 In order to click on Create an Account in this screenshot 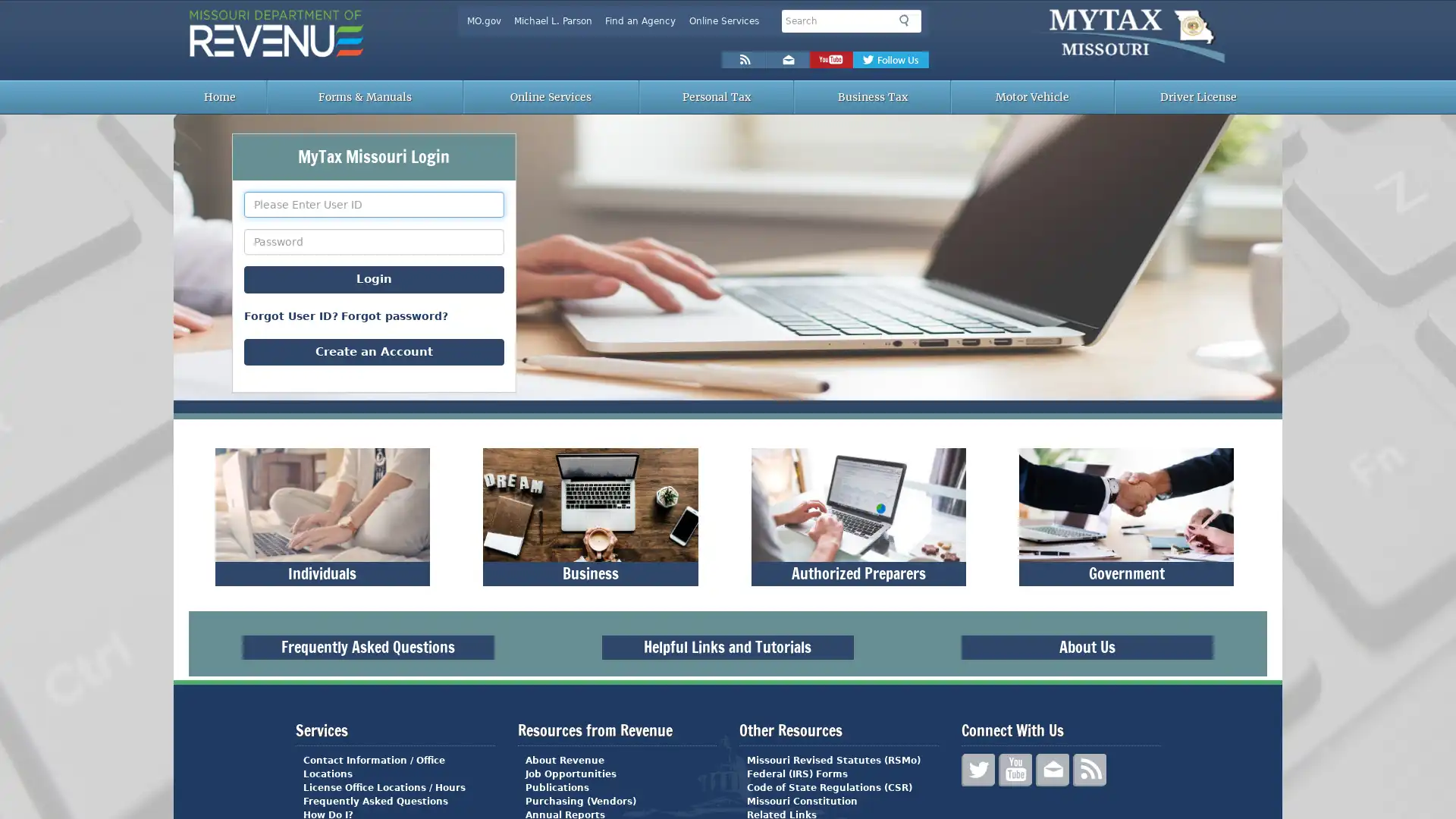, I will do `click(374, 351)`.